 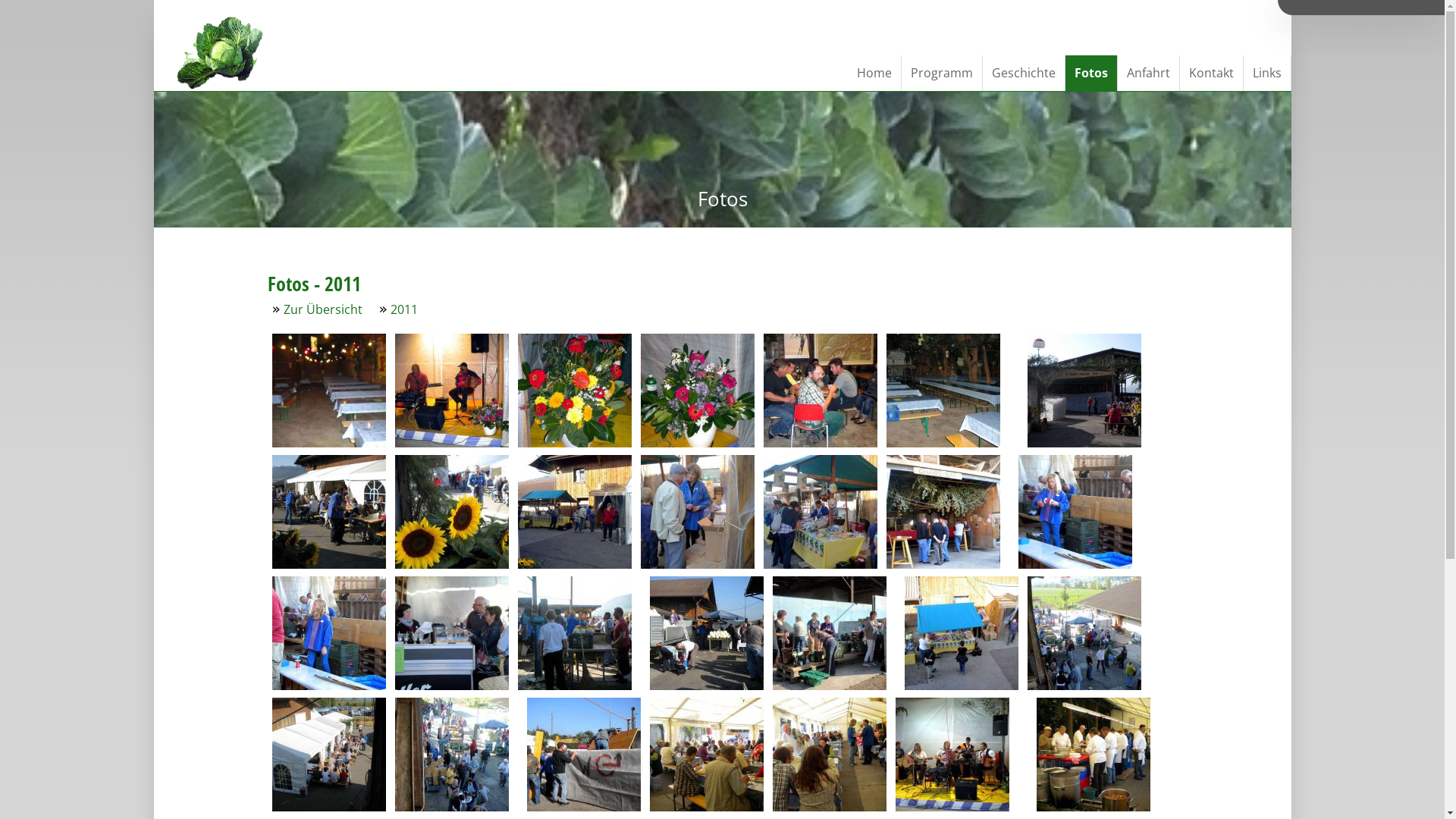 What do you see at coordinates (1090, 73) in the screenshot?
I see `'Fotos'` at bounding box center [1090, 73].